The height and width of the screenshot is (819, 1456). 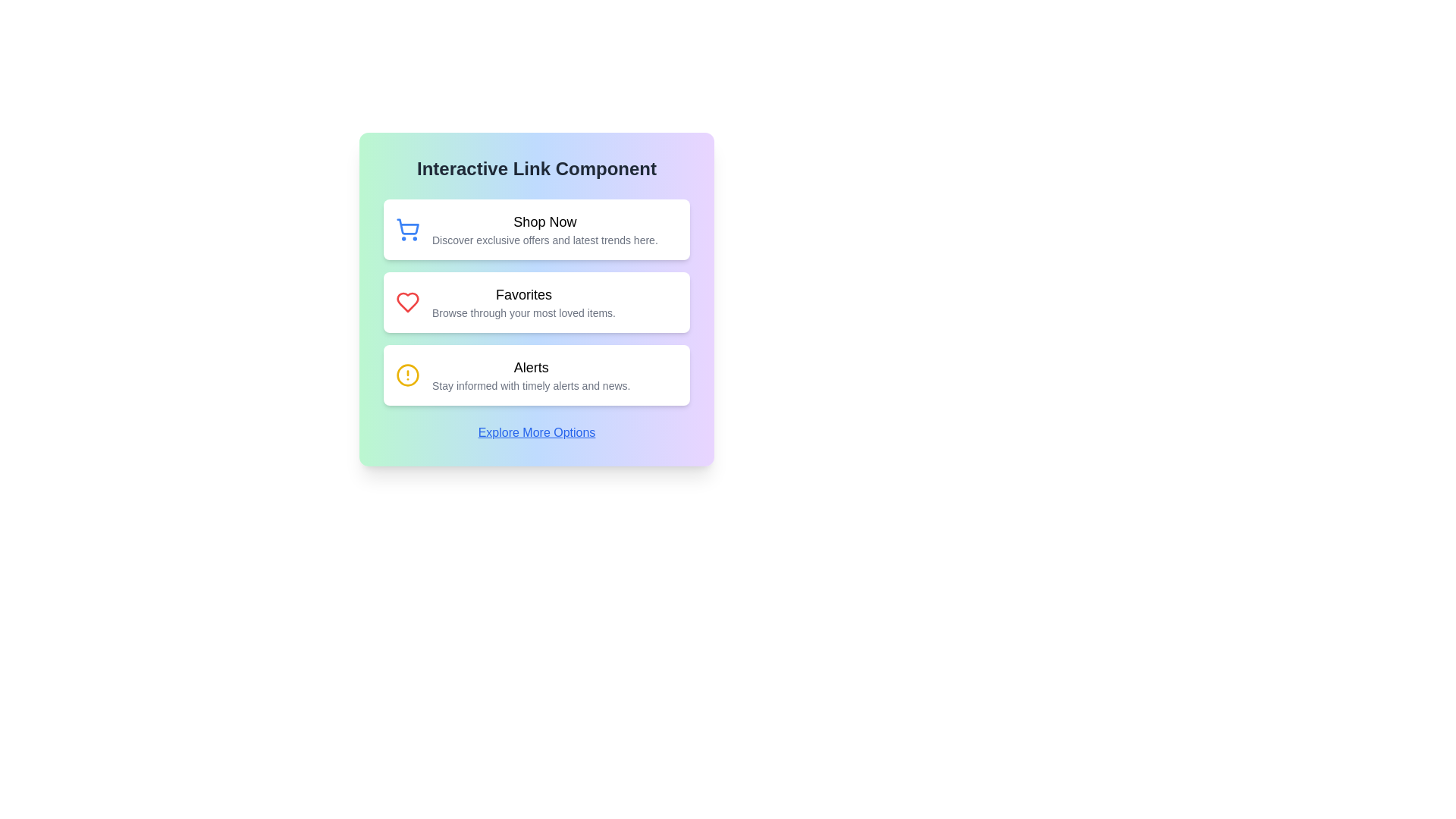 What do you see at coordinates (407, 375) in the screenshot?
I see `the alert icon located in the third item of the list within the middle card, which precedes the text 'Alerts.'` at bounding box center [407, 375].